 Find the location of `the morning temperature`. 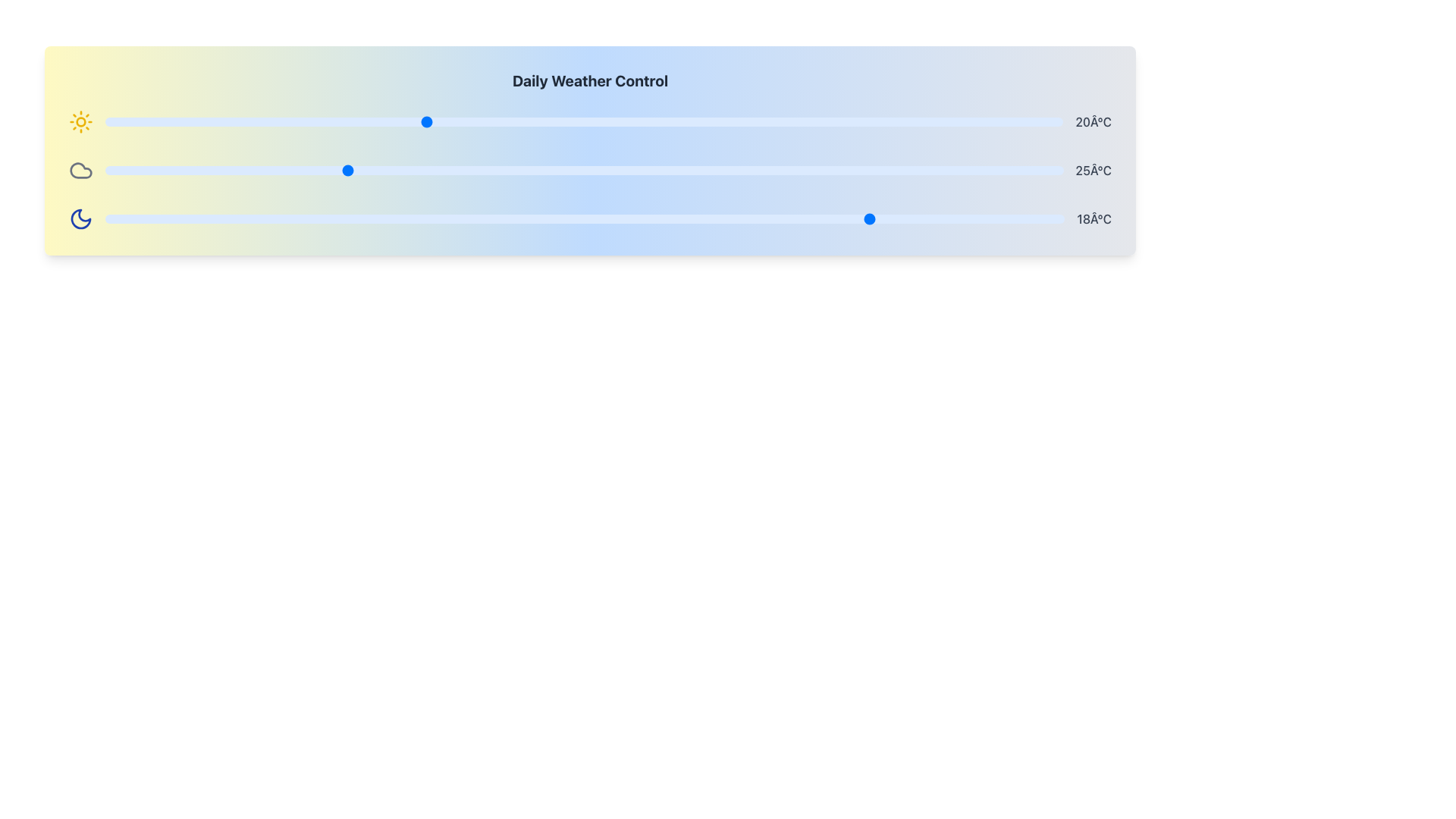

the morning temperature is located at coordinates (297, 121).